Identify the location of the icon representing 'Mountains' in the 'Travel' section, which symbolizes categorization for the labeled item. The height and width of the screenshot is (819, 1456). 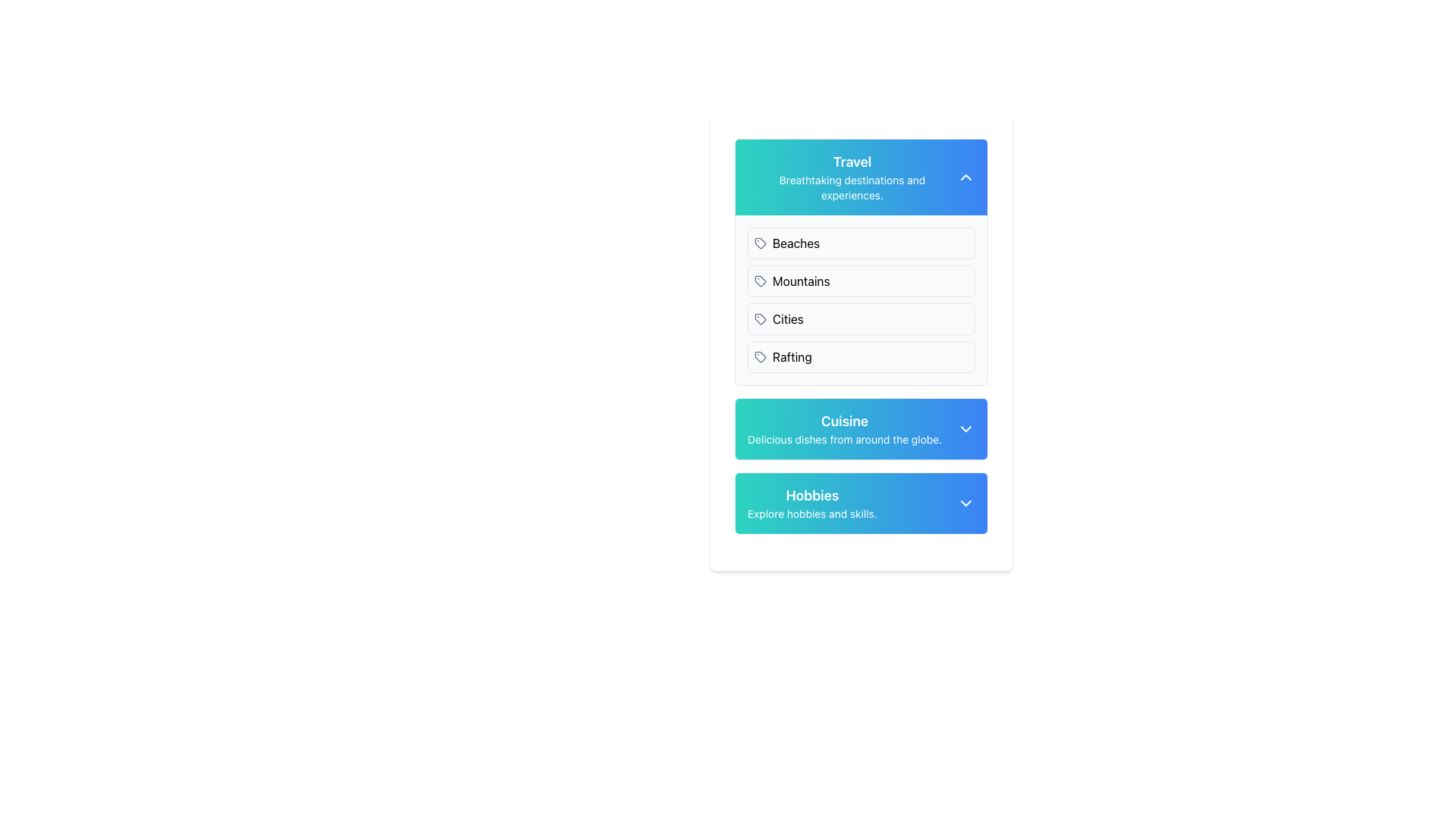
(761, 281).